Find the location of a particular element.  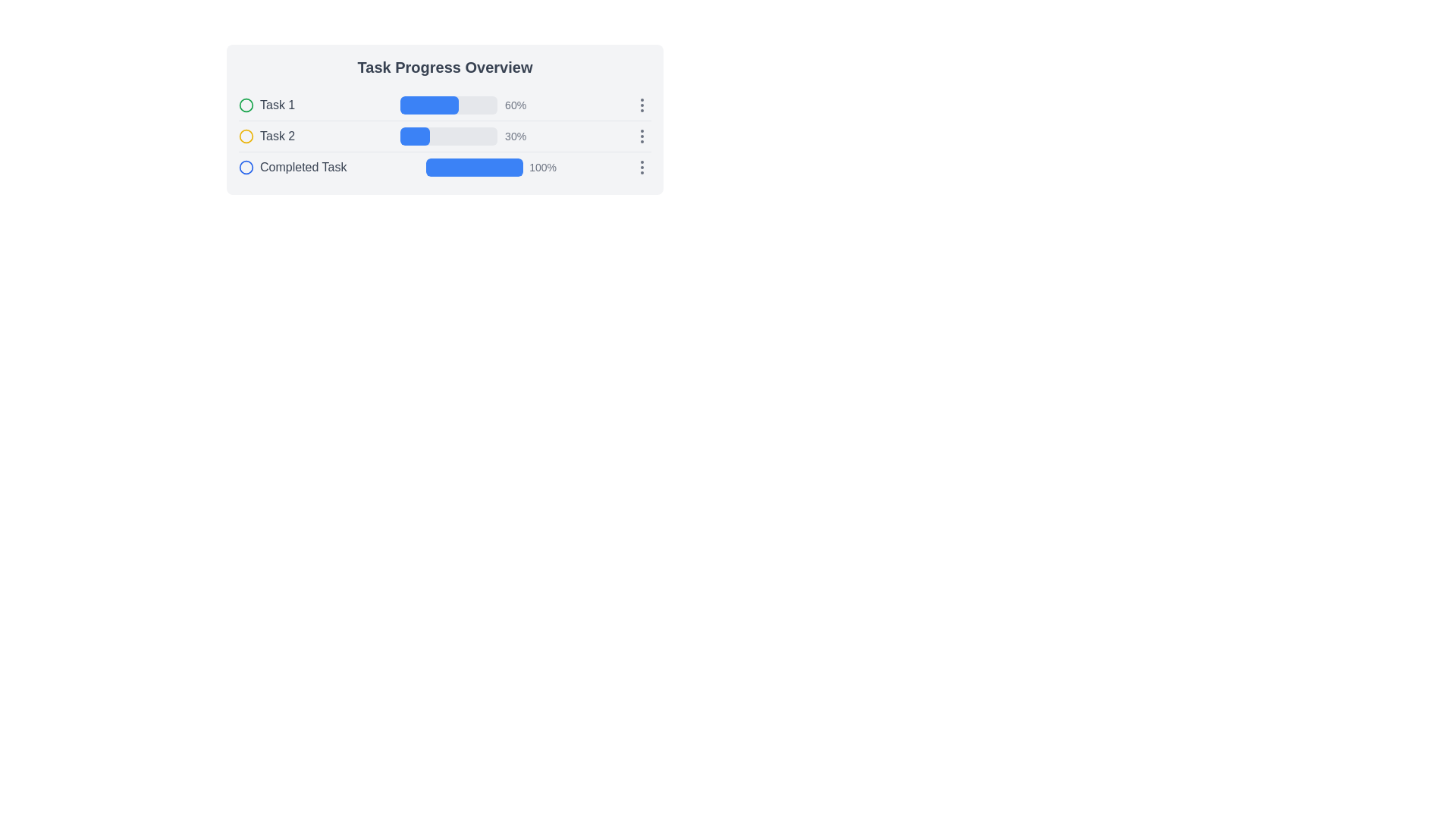

the SVG circle representing the status of 'Task 1' is located at coordinates (246, 104).